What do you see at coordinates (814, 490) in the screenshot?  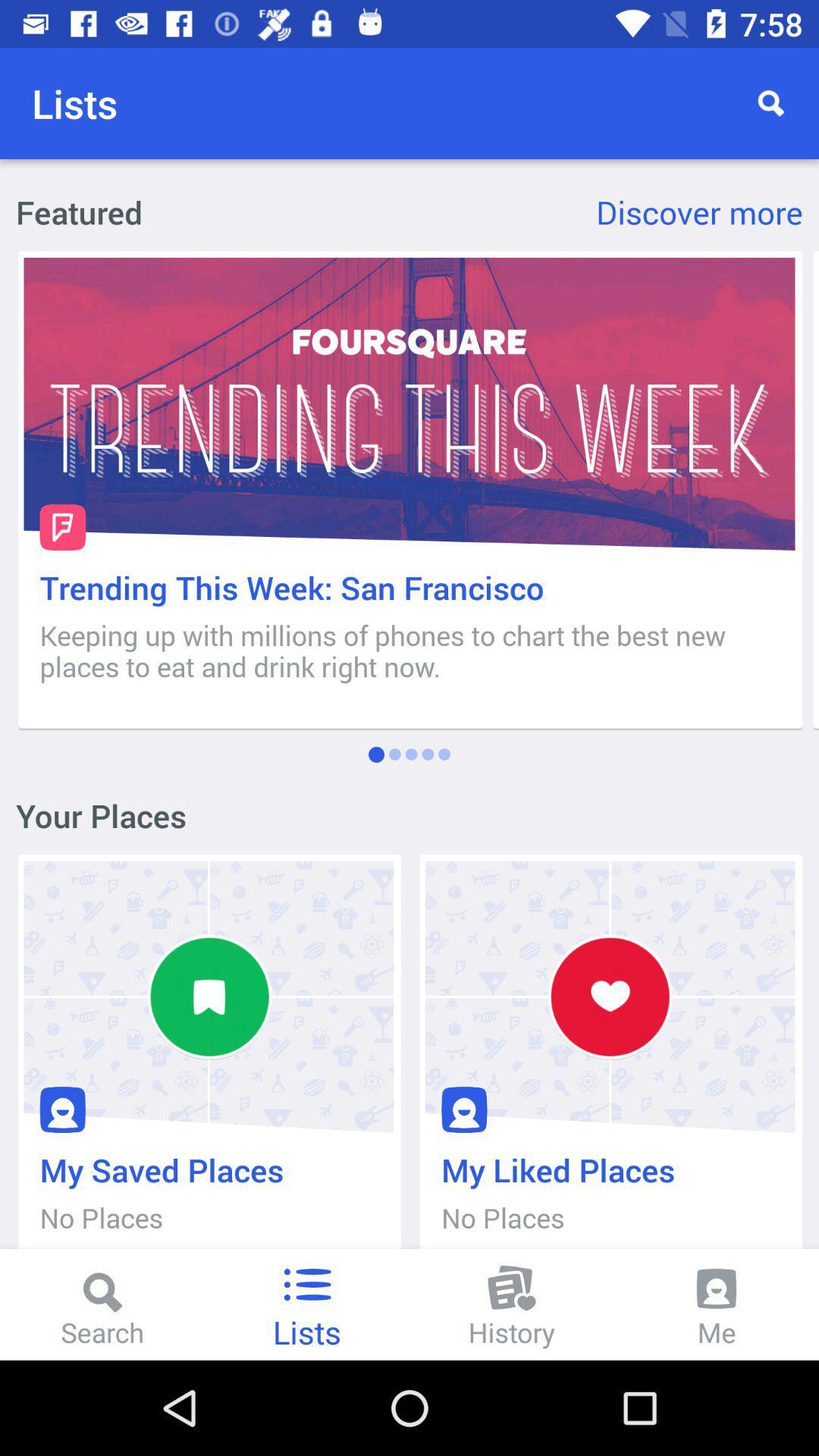 I see `scroll bar` at bounding box center [814, 490].